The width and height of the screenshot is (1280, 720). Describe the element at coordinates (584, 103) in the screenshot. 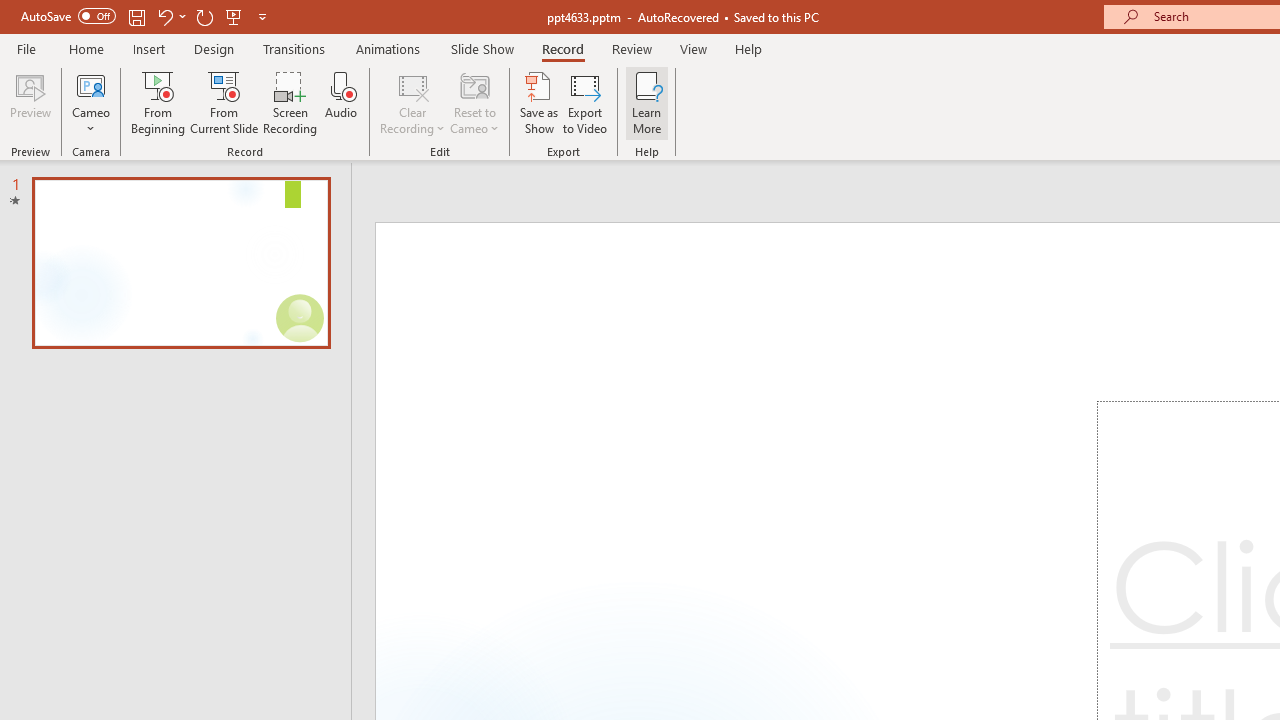

I see `'Export to Video'` at that location.